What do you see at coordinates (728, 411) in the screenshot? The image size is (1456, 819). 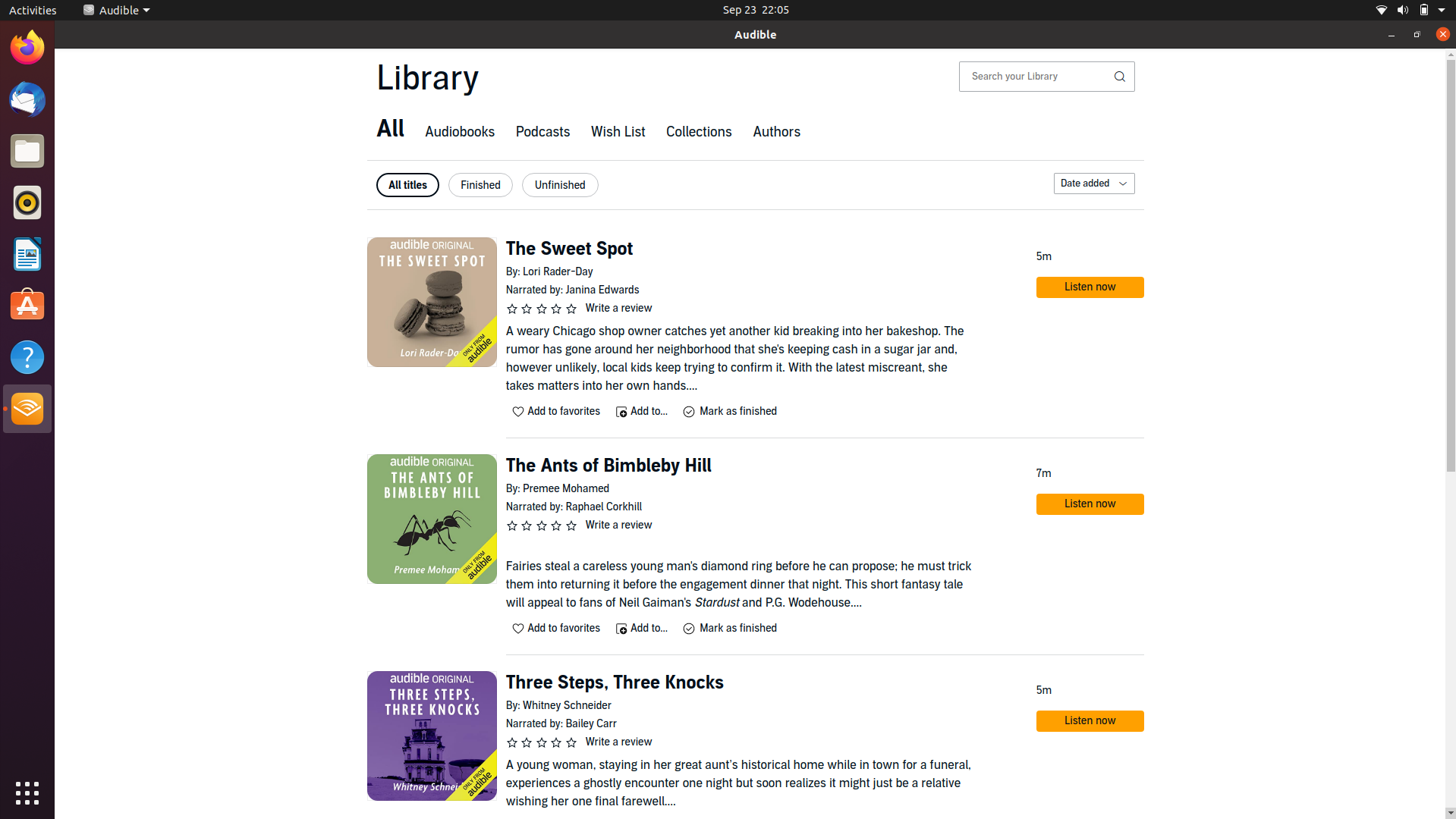 I see `Declare "The Sweet Spot" as complete and ensure its listing under finished tab` at bounding box center [728, 411].